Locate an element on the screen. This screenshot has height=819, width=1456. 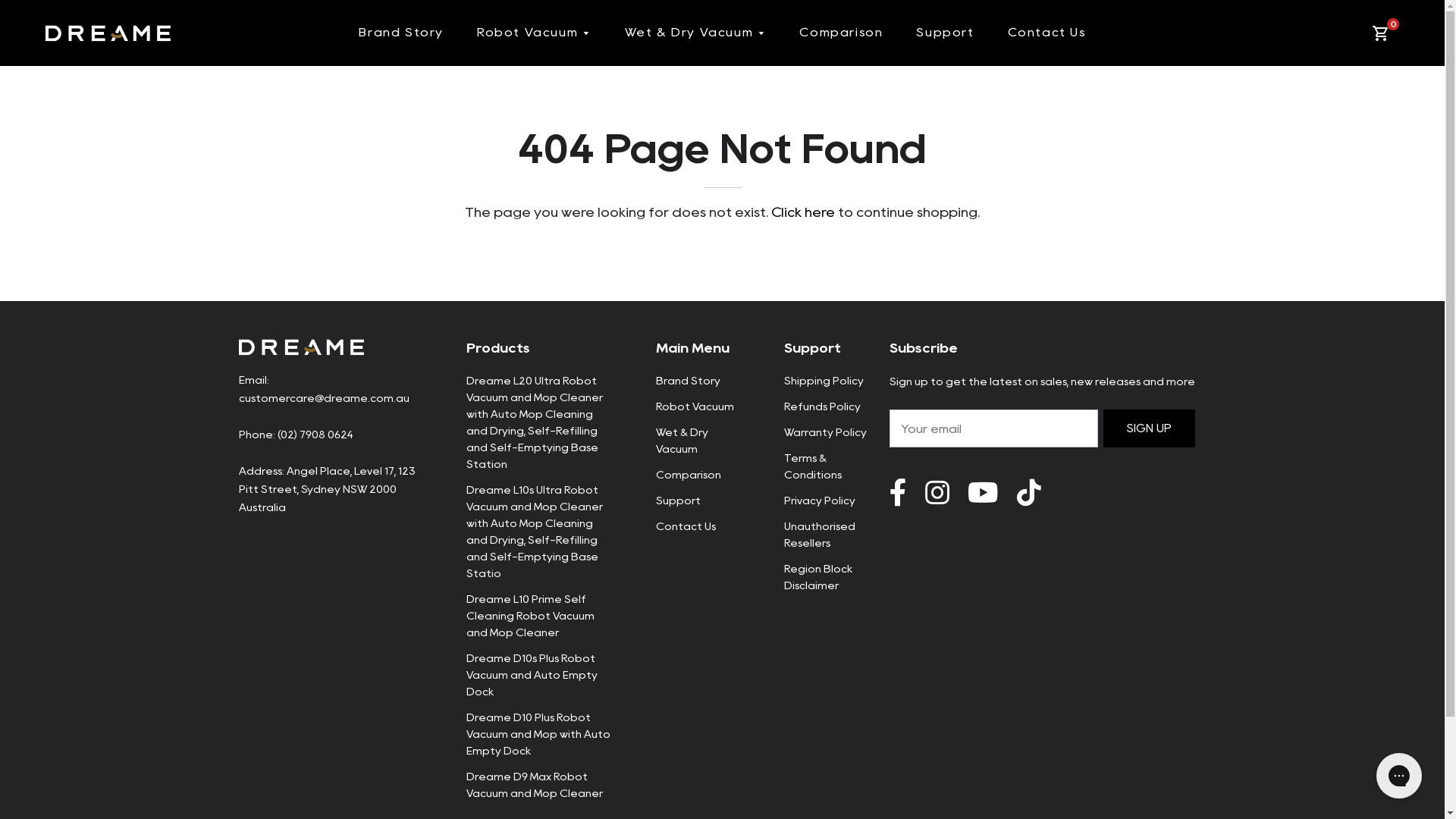
'Contact Us' is located at coordinates (684, 526).